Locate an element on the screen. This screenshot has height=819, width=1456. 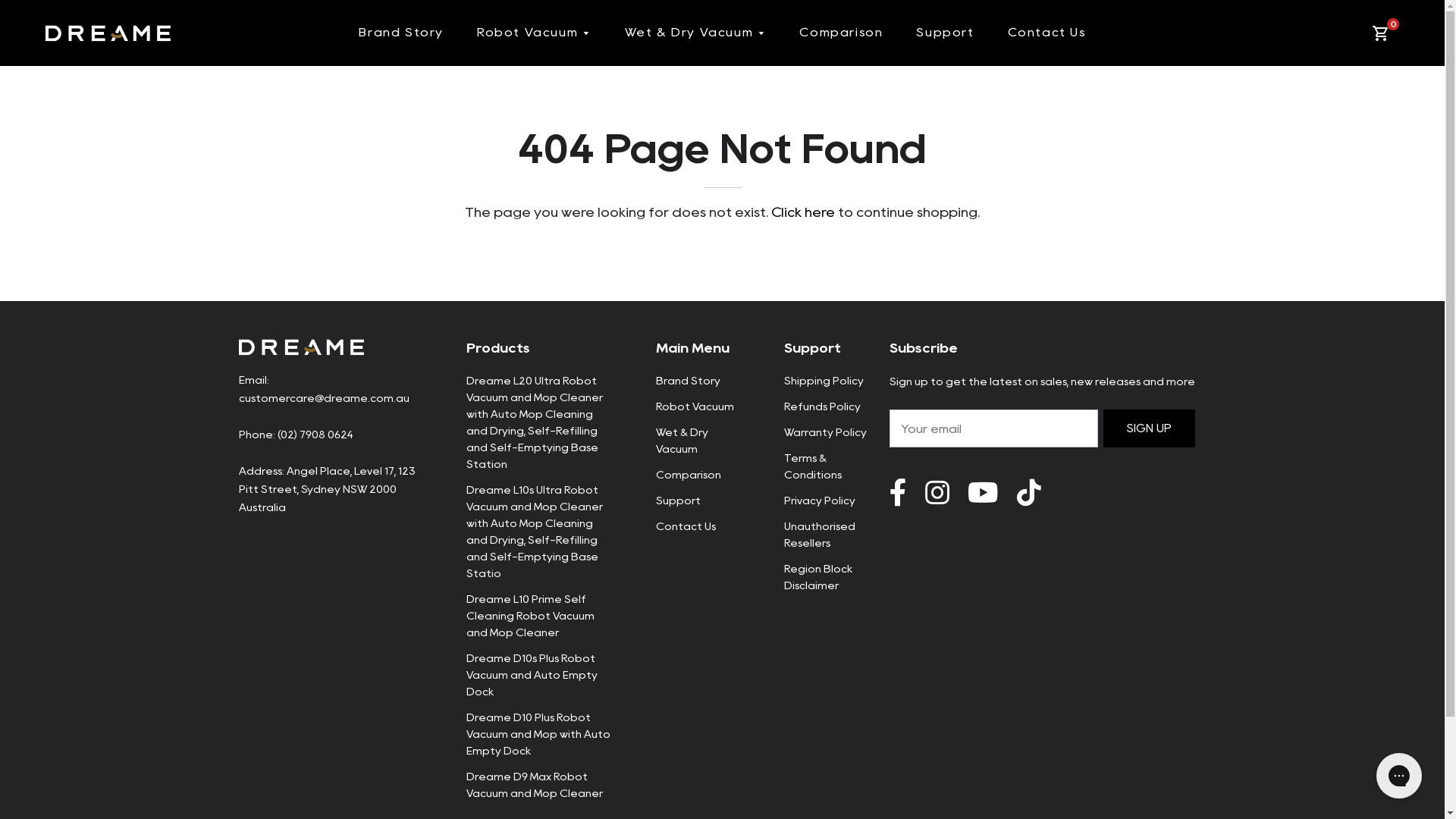
'Contact Us' is located at coordinates (684, 526).